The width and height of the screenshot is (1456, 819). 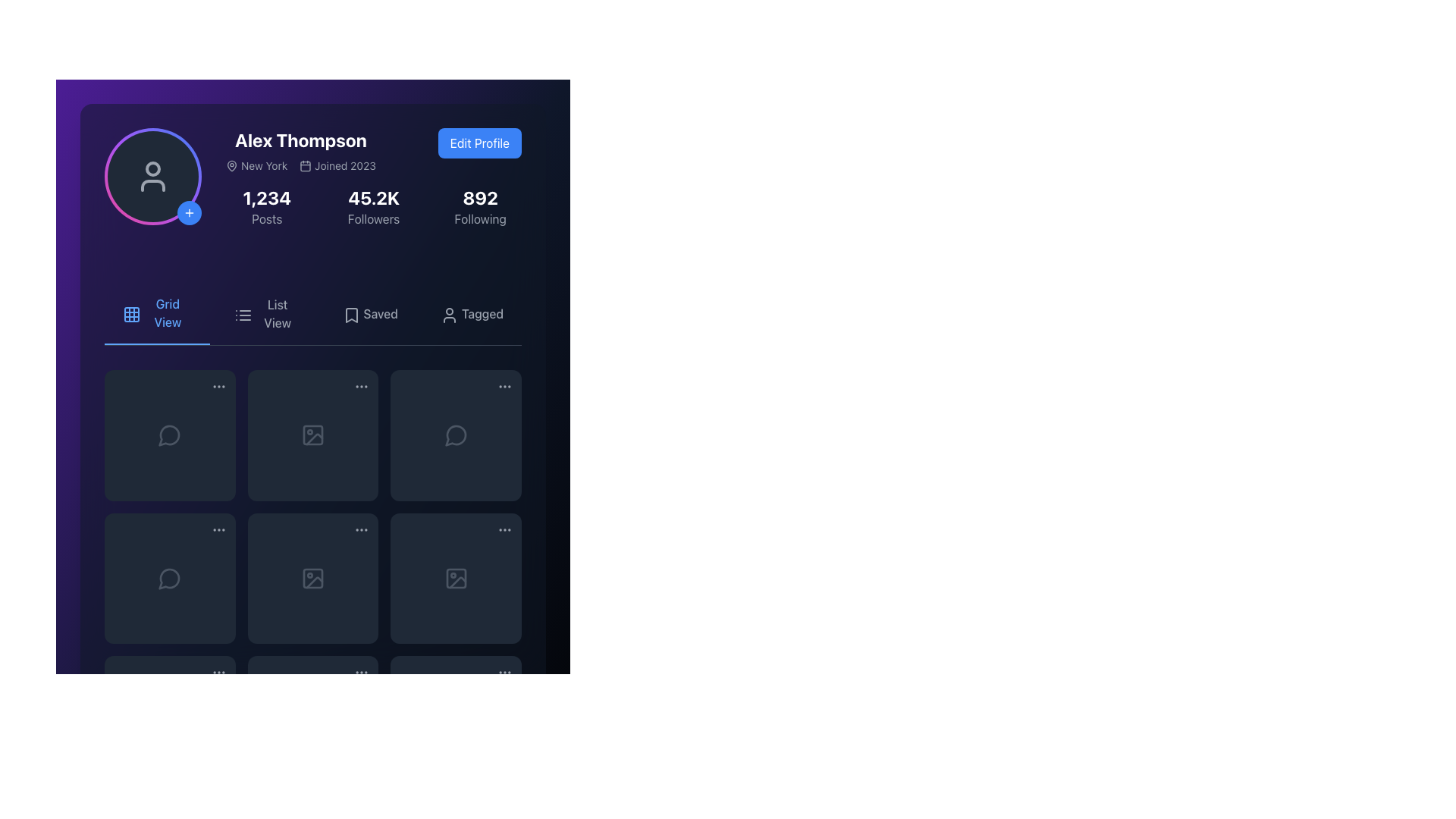 I want to click on the descriptive label with icons located below the 'Alex Thompson' name title, which conveys user-related information about the user's location and the year they joined the platform, so click(x=301, y=166).